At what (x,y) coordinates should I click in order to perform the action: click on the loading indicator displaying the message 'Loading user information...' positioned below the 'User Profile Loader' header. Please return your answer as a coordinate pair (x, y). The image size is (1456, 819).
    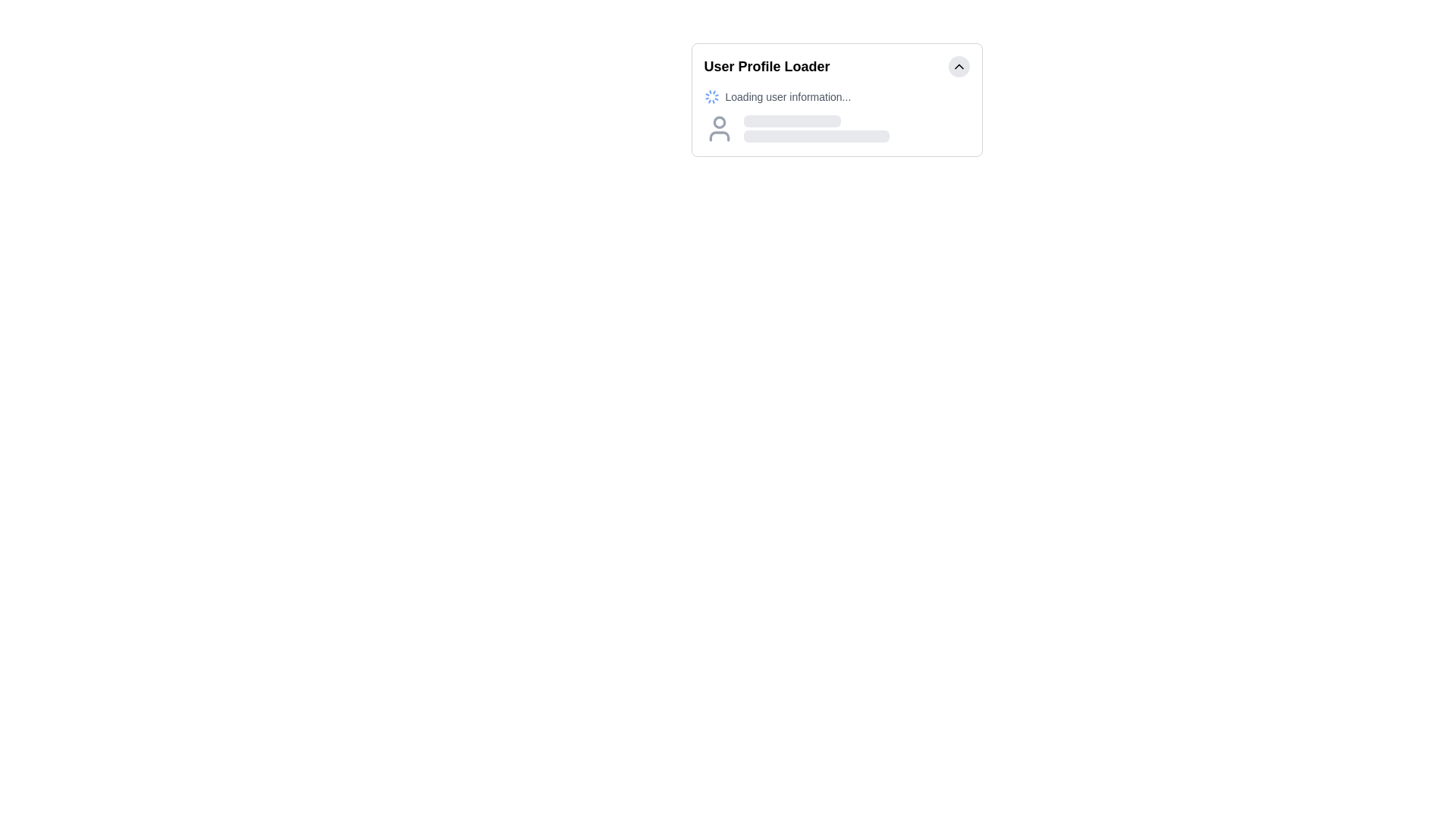
    Looking at the image, I should click on (836, 116).